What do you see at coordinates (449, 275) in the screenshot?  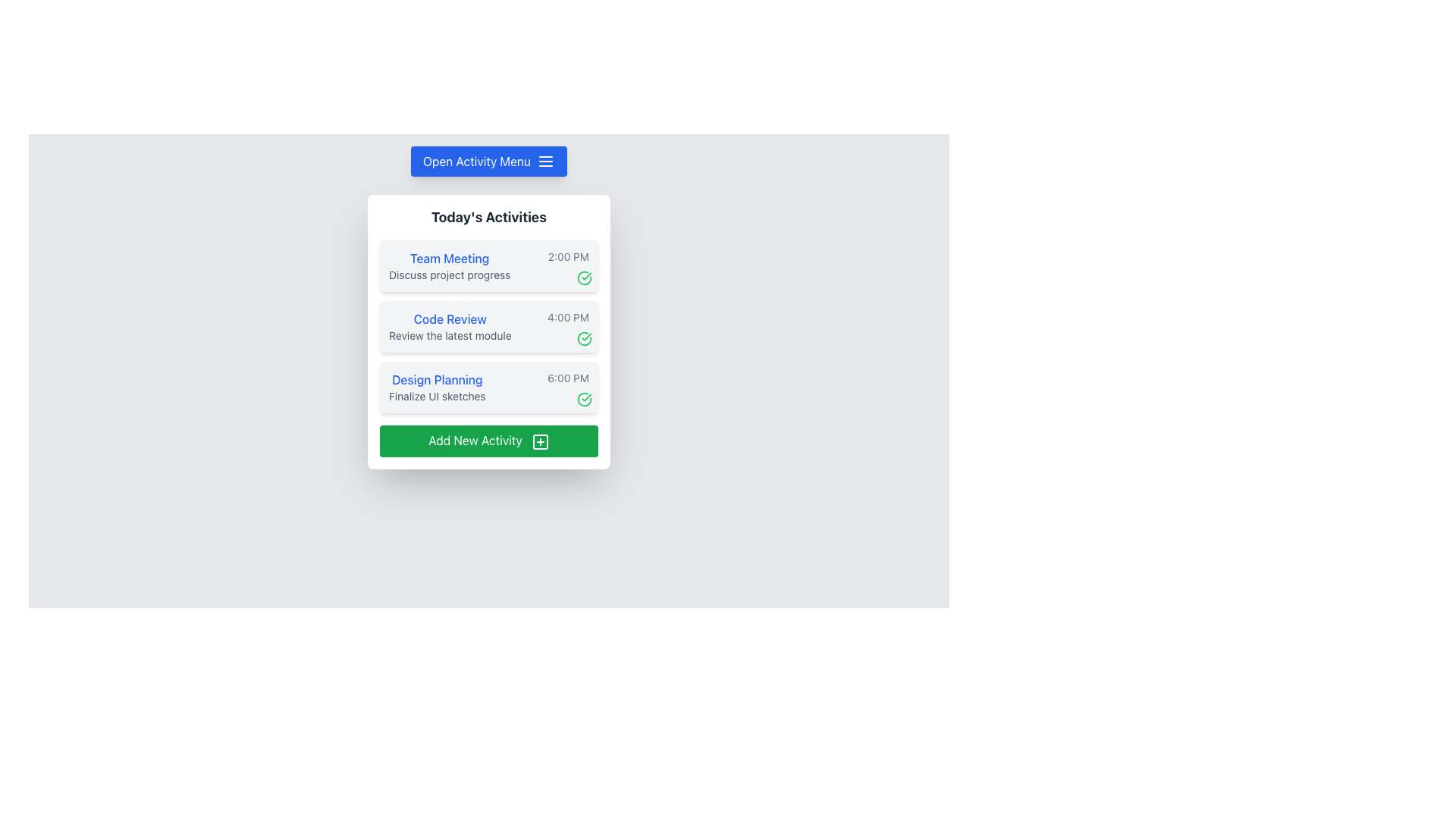 I see `text content of the descriptive subtitle label located under the 'Team Meeting' heading` at bounding box center [449, 275].